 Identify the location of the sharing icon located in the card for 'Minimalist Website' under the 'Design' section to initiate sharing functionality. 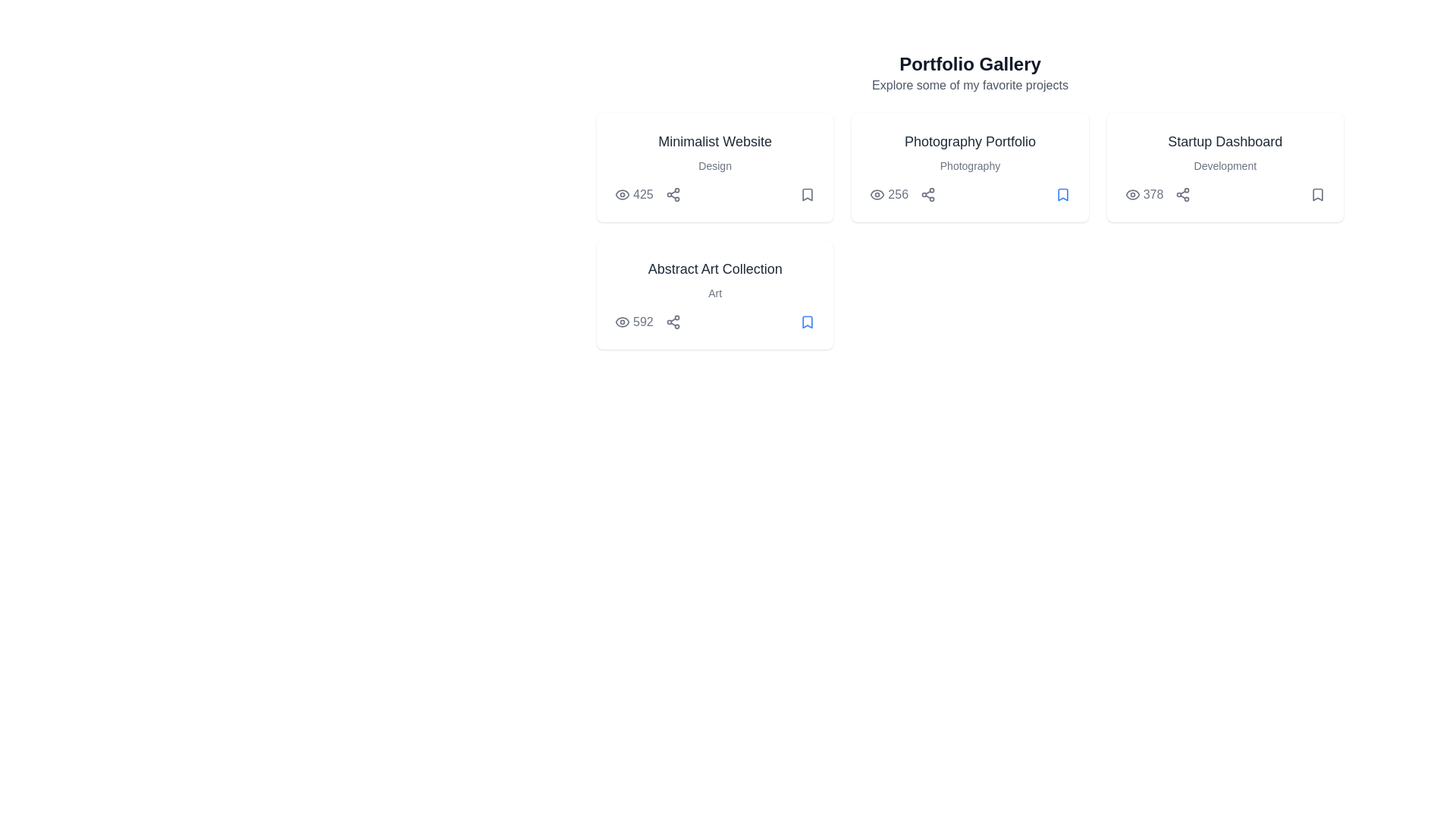
(672, 194).